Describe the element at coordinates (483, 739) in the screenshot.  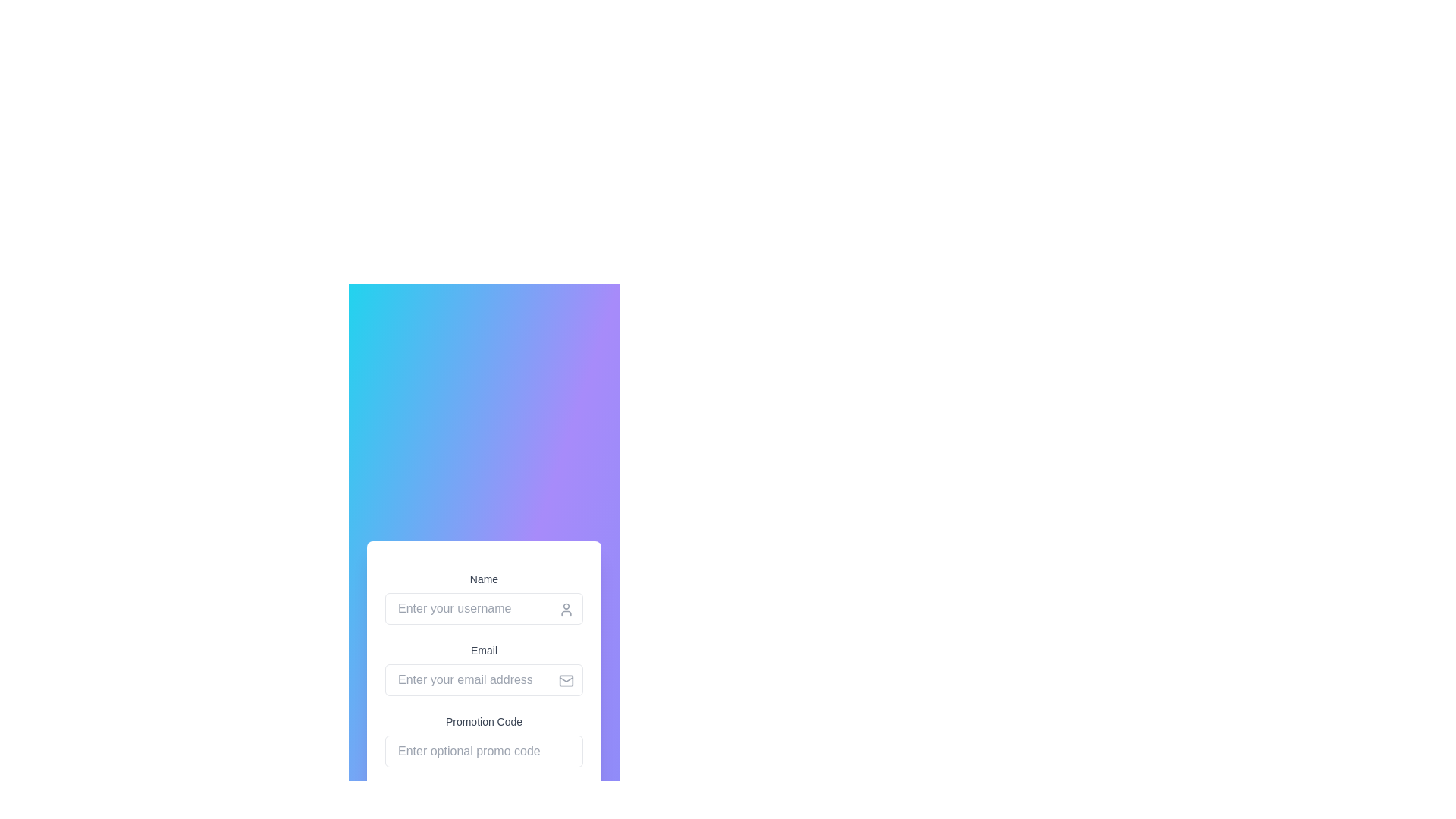
I see `the Text Input Field for entering a promotional code, which is the third input field in the vertical form layout` at that location.